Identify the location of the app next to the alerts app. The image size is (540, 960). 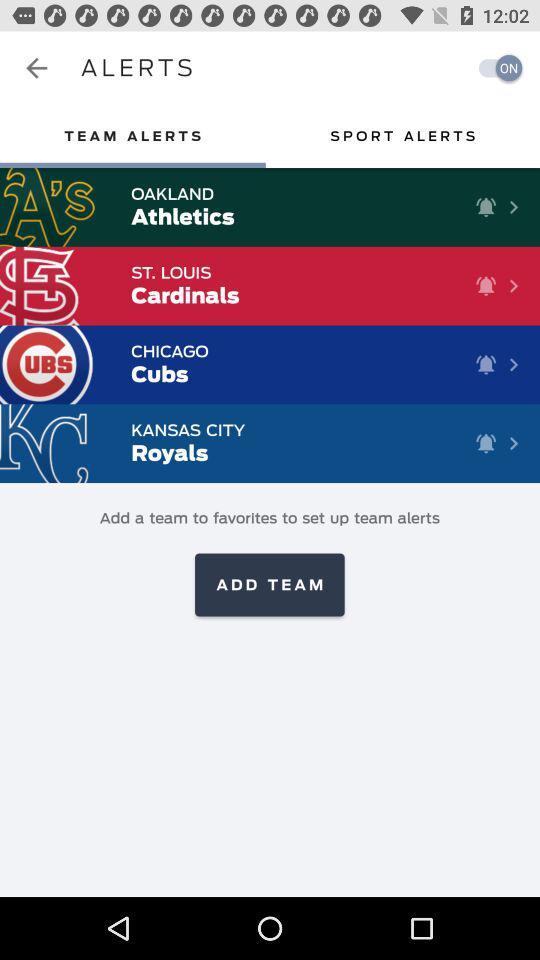
(494, 68).